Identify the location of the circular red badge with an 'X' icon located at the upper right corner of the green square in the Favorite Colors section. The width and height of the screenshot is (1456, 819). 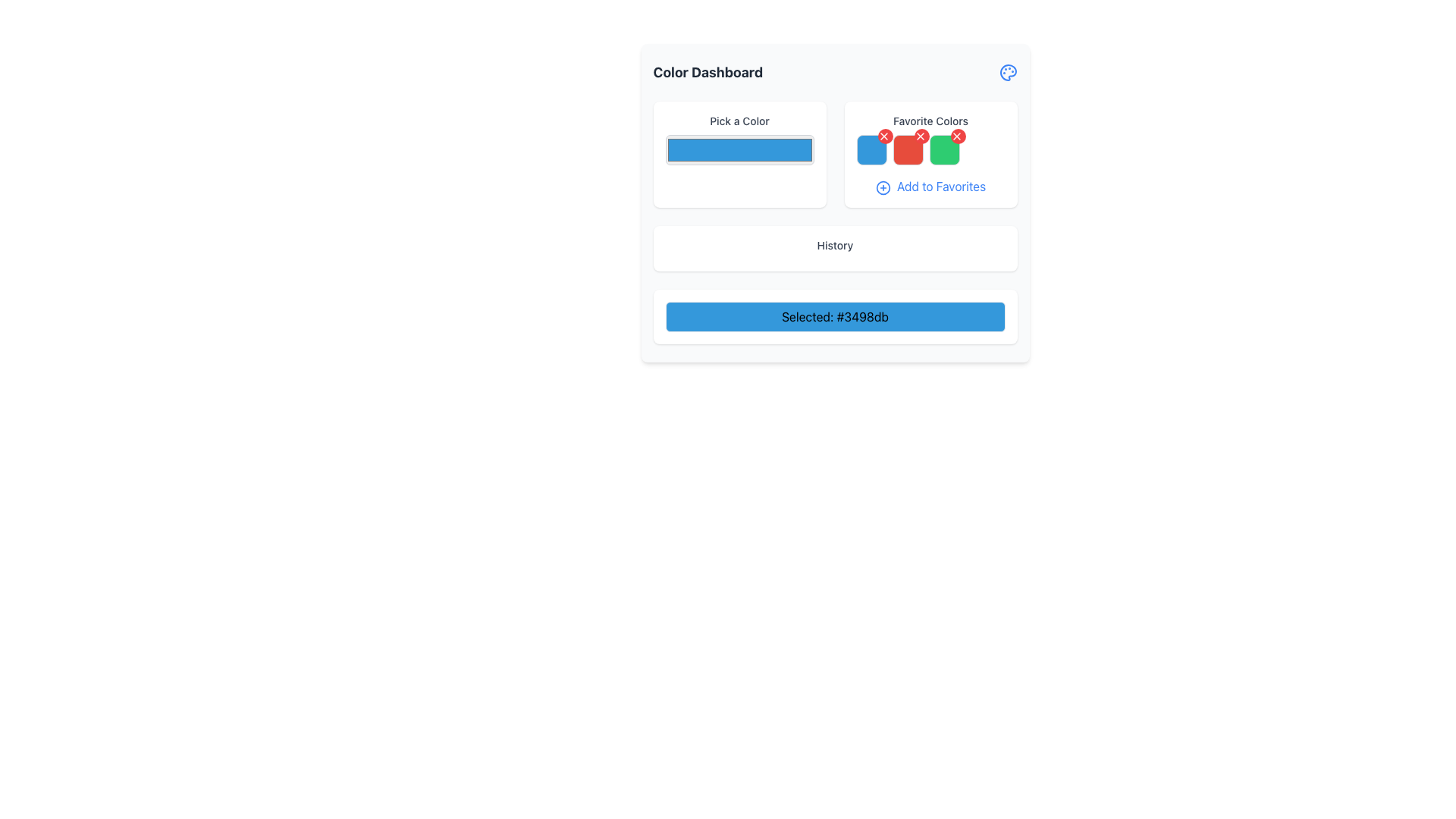
(957, 136).